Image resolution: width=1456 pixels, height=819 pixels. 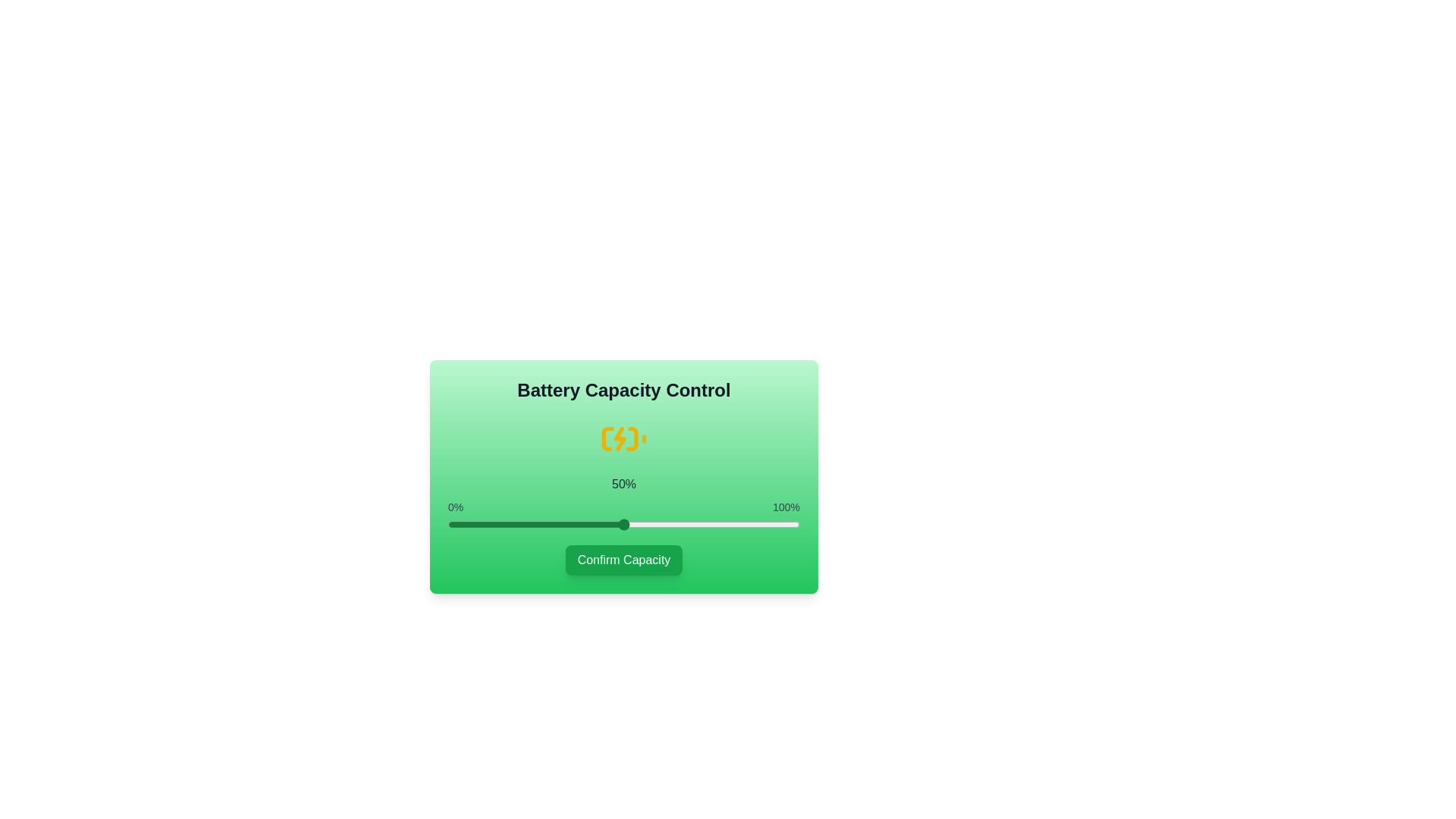 What do you see at coordinates (522, 523) in the screenshot?
I see `the battery capacity slider to 21% to observe the icon change` at bounding box center [522, 523].